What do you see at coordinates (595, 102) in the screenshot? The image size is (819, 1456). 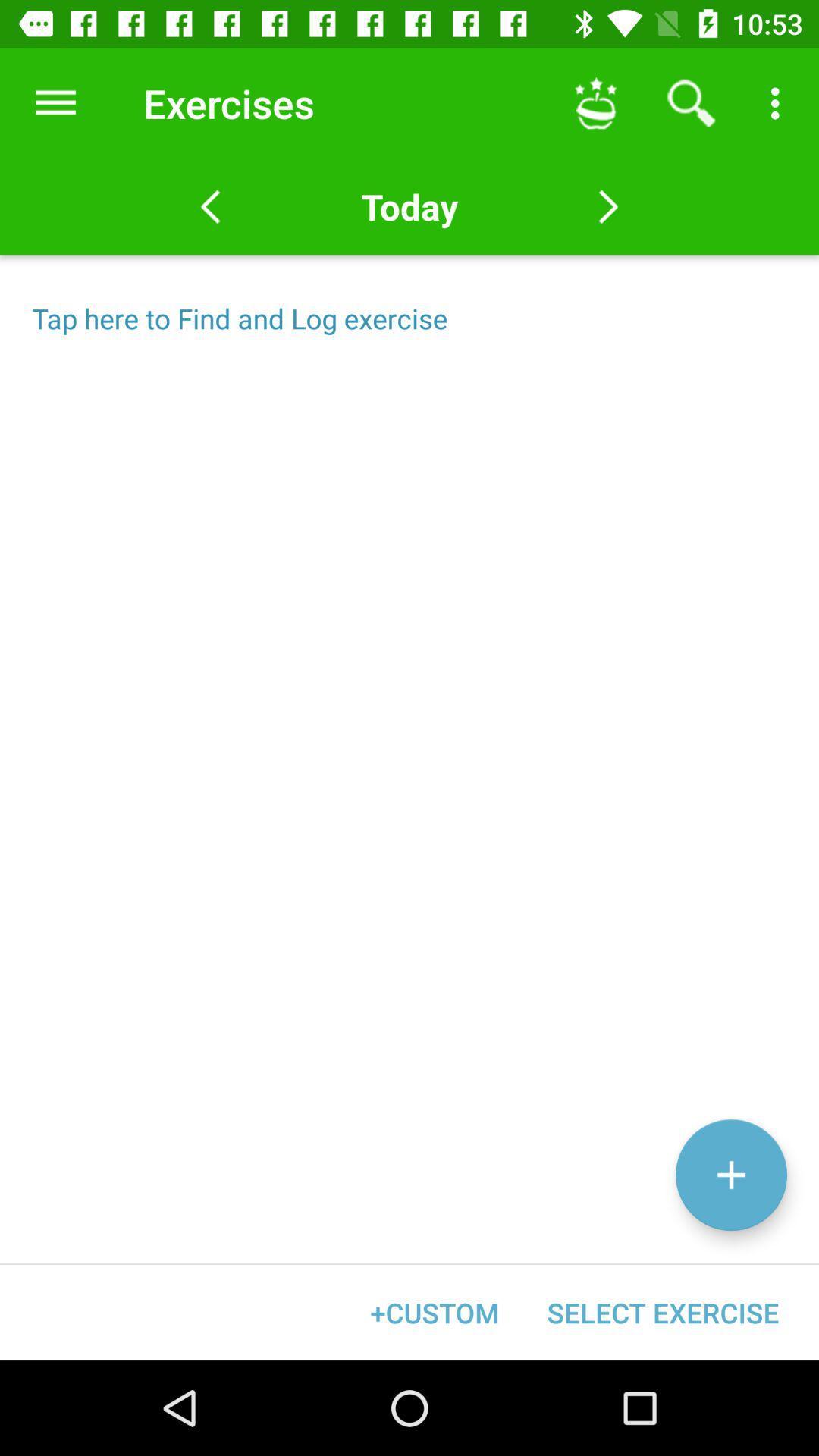 I see `icon next to exercises` at bounding box center [595, 102].